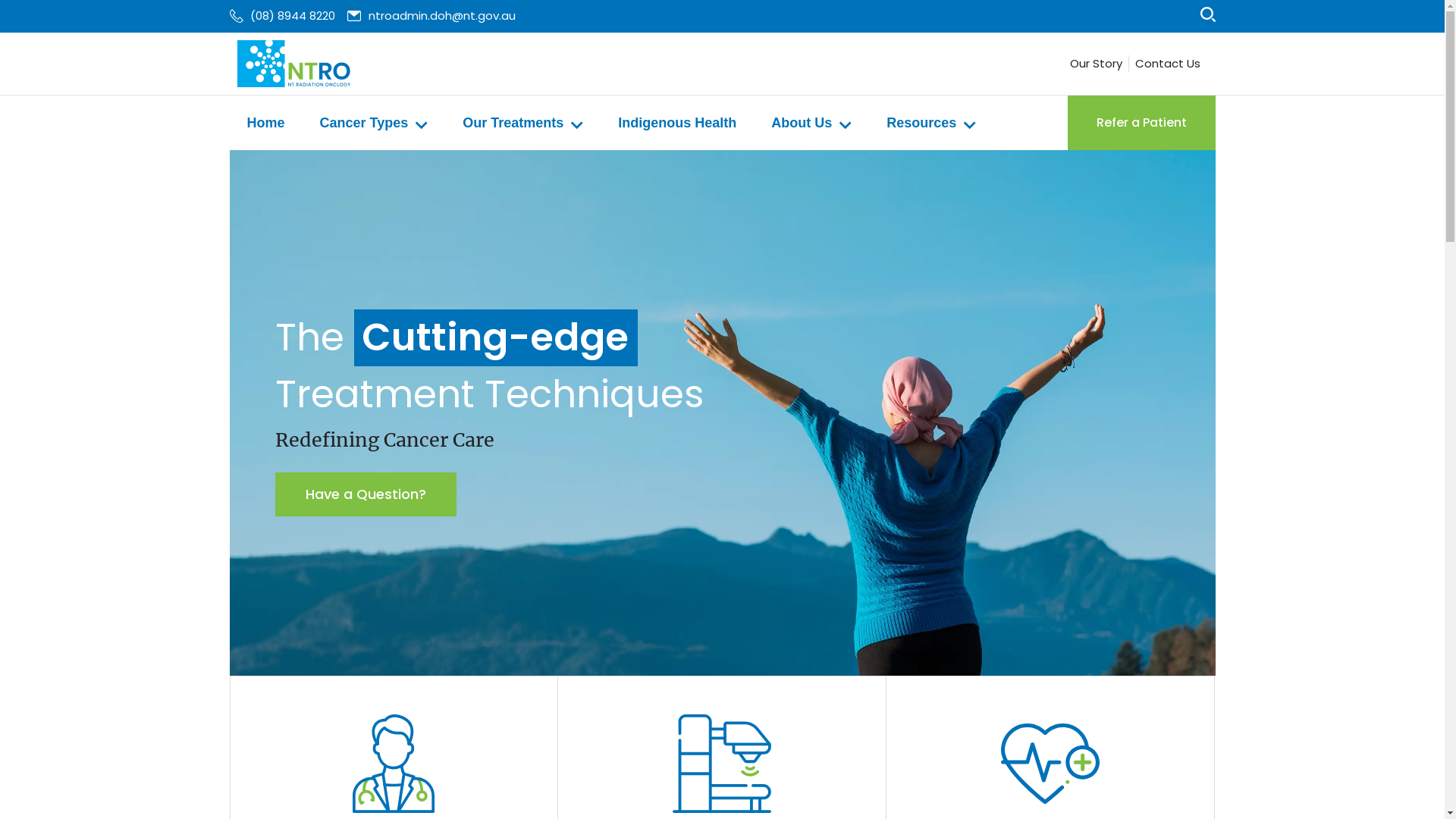 This screenshot has height=819, width=1456. What do you see at coordinates (1166, 63) in the screenshot?
I see `'Contact Us'` at bounding box center [1166, 63].